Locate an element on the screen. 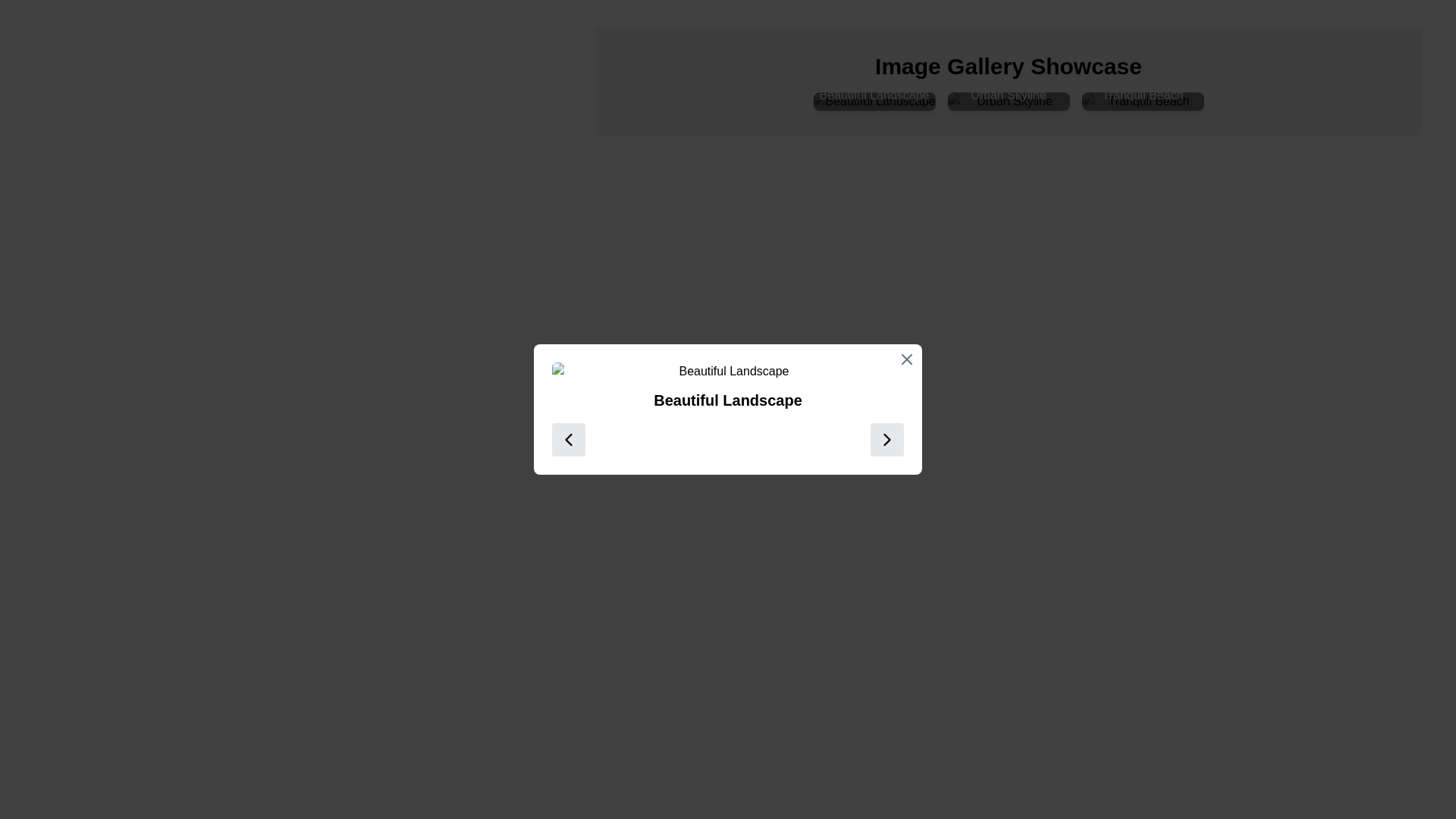  the Close button (icon) located in the top-right corner of the modal dialog box is located at coordinates (906, 359).